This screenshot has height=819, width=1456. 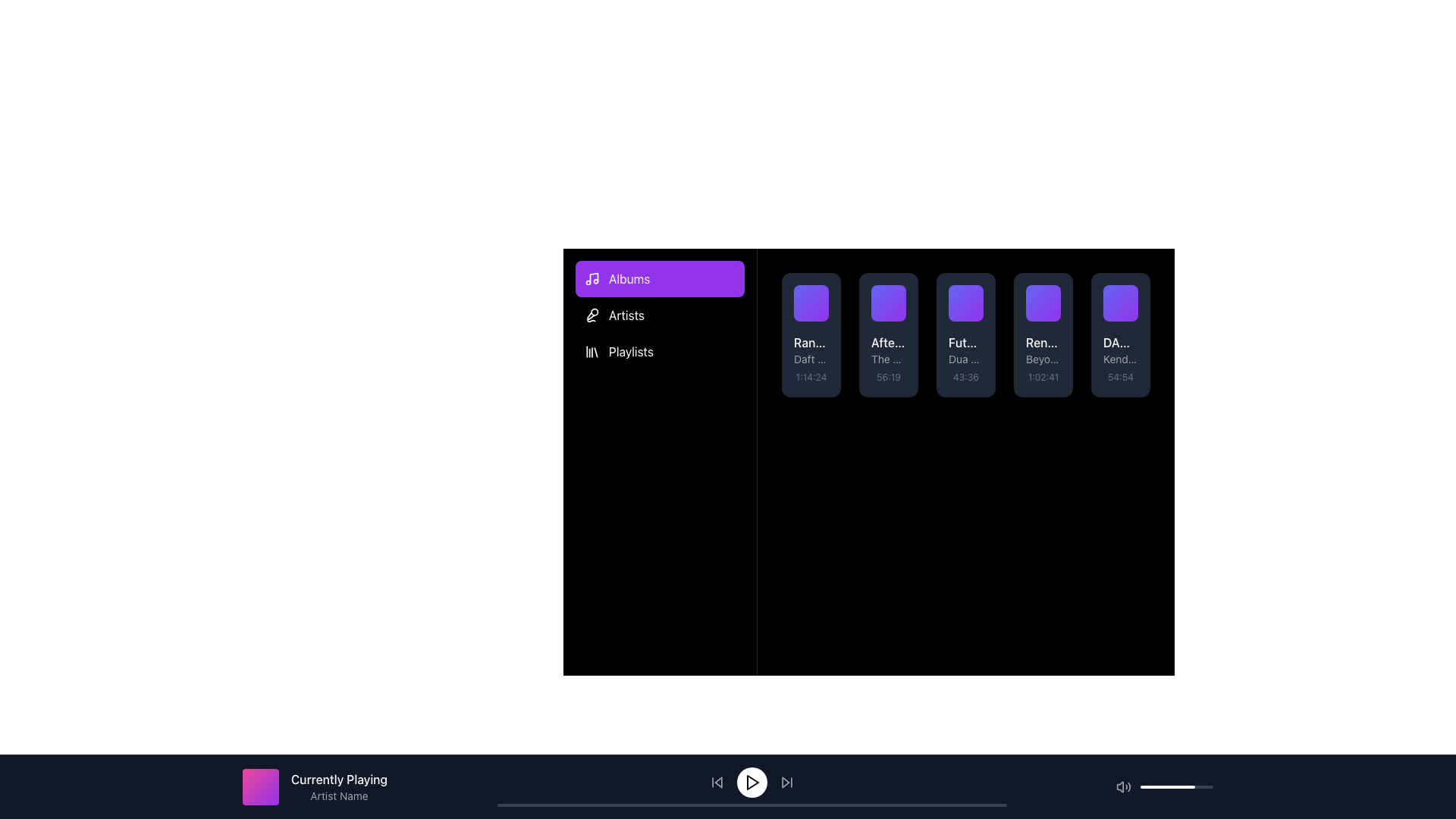 I want to click on the square-shaped gradient button ranging from indigo to purple, which is located at the top of the 'After Hours' card associated with the artist 'The Weeknd', so click(x=888, y=303).